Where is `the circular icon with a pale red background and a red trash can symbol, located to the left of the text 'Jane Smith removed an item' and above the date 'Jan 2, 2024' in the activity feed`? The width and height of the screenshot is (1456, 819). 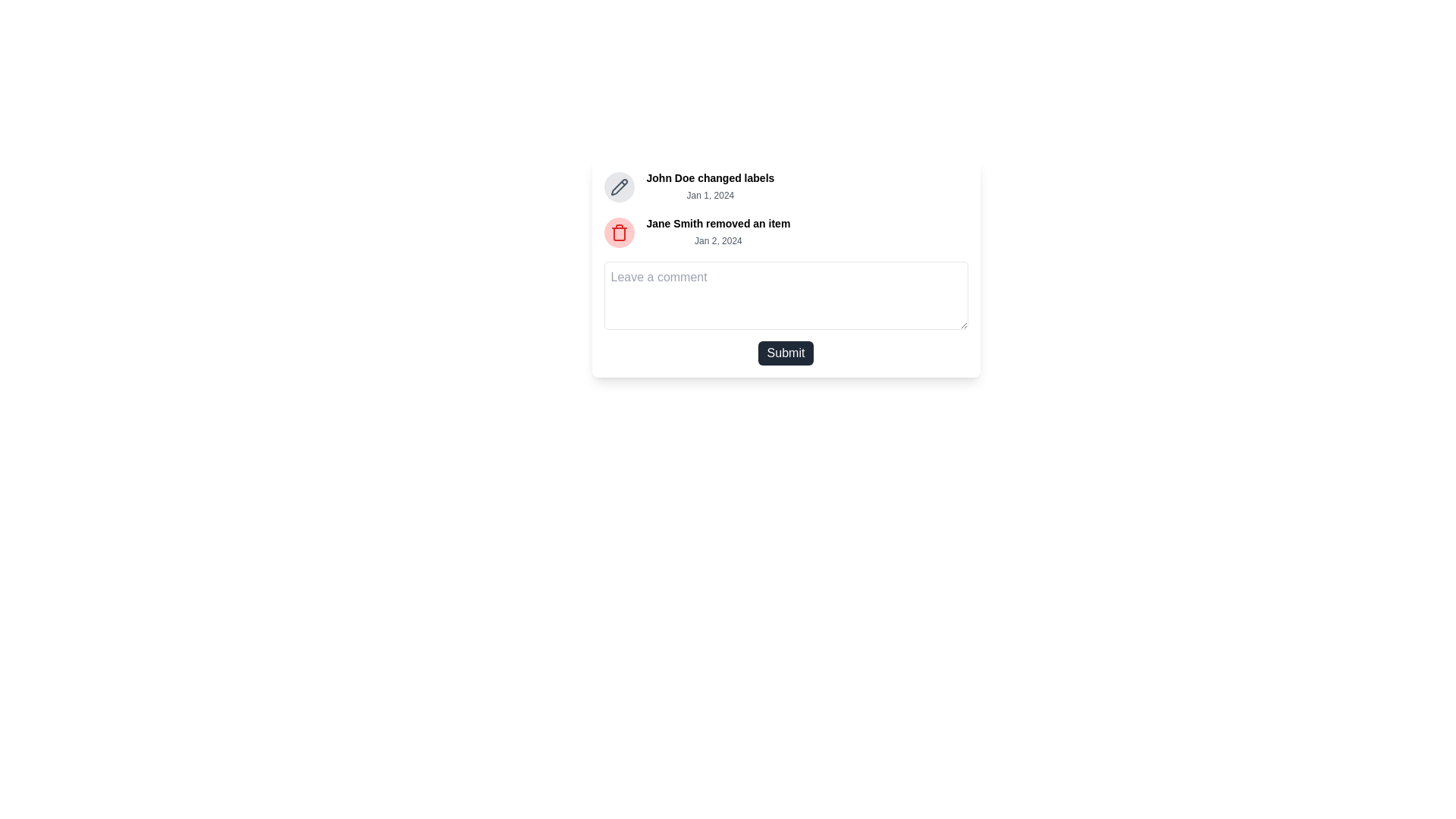
the circular icon with a pale red background and a red trash can symbol, located to the left of the text 'Jane Smith removed an item' and above the date 'Jan 2, 2024' in the activity feed is located at coordinates (619, 233).